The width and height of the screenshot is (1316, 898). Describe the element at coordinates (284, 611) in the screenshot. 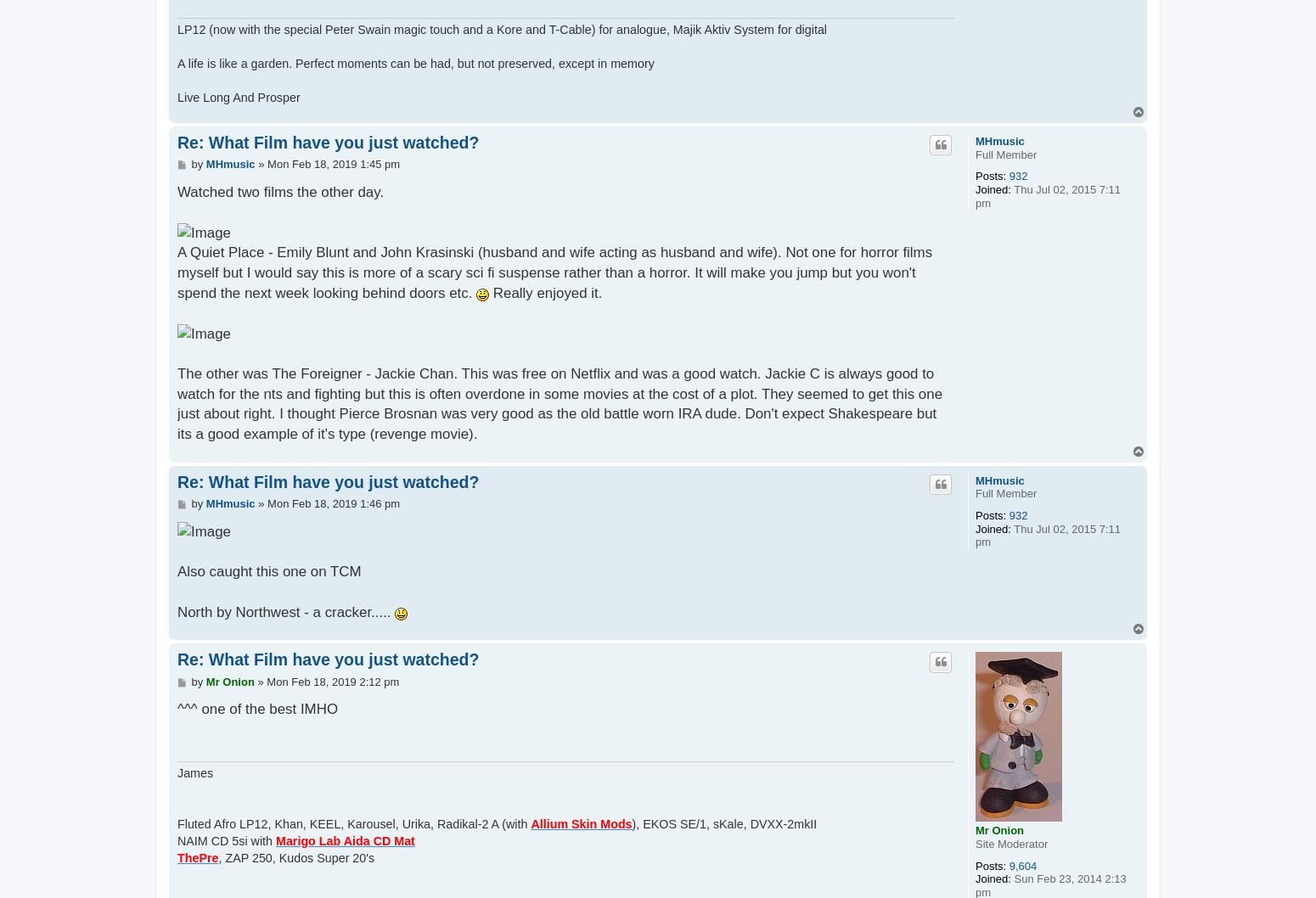

I see `'North by Northwest - a cracker.....'` at that location.